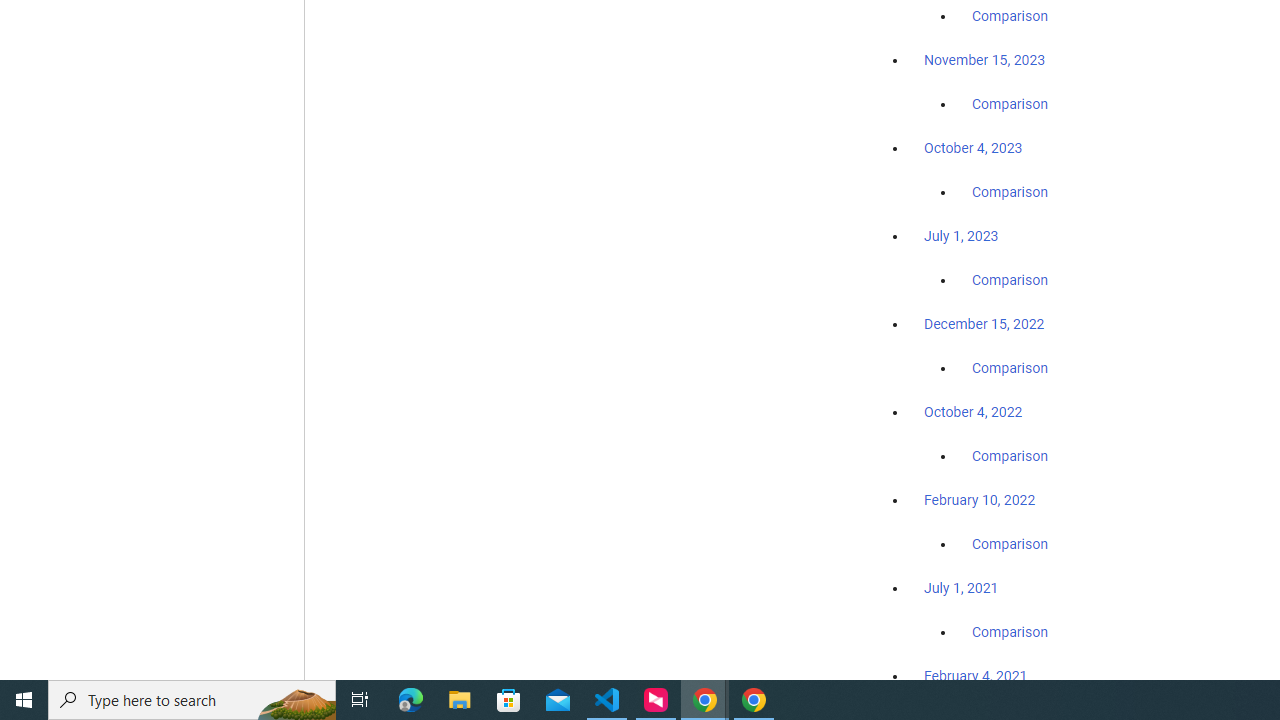 The width and height of the screenshot is (1280, 720). Describe the element at coordinates (984, 323) in the screenshot. I see `'December 15, 2022'` at that location.